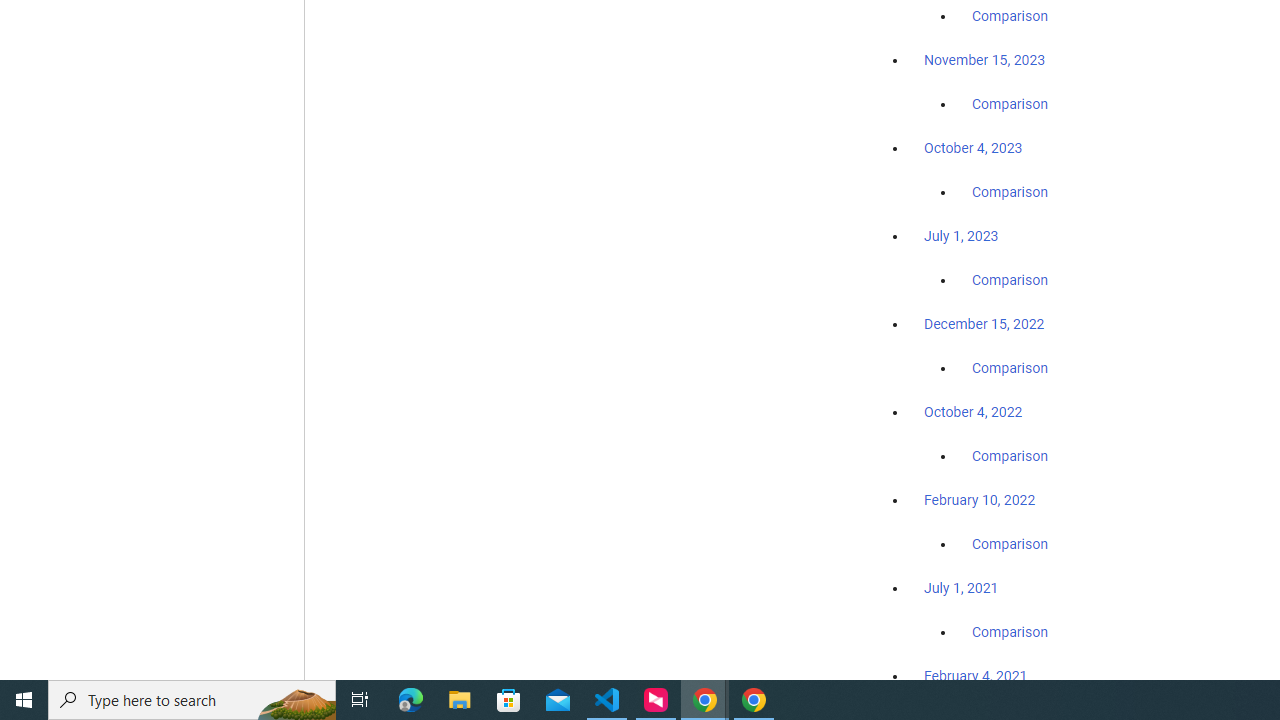 The width and height of the screenshot is (1280, 720). Describe the element at coordinates (984, 323) in the screenshot. I see `'December 15, 2022'` at that location.